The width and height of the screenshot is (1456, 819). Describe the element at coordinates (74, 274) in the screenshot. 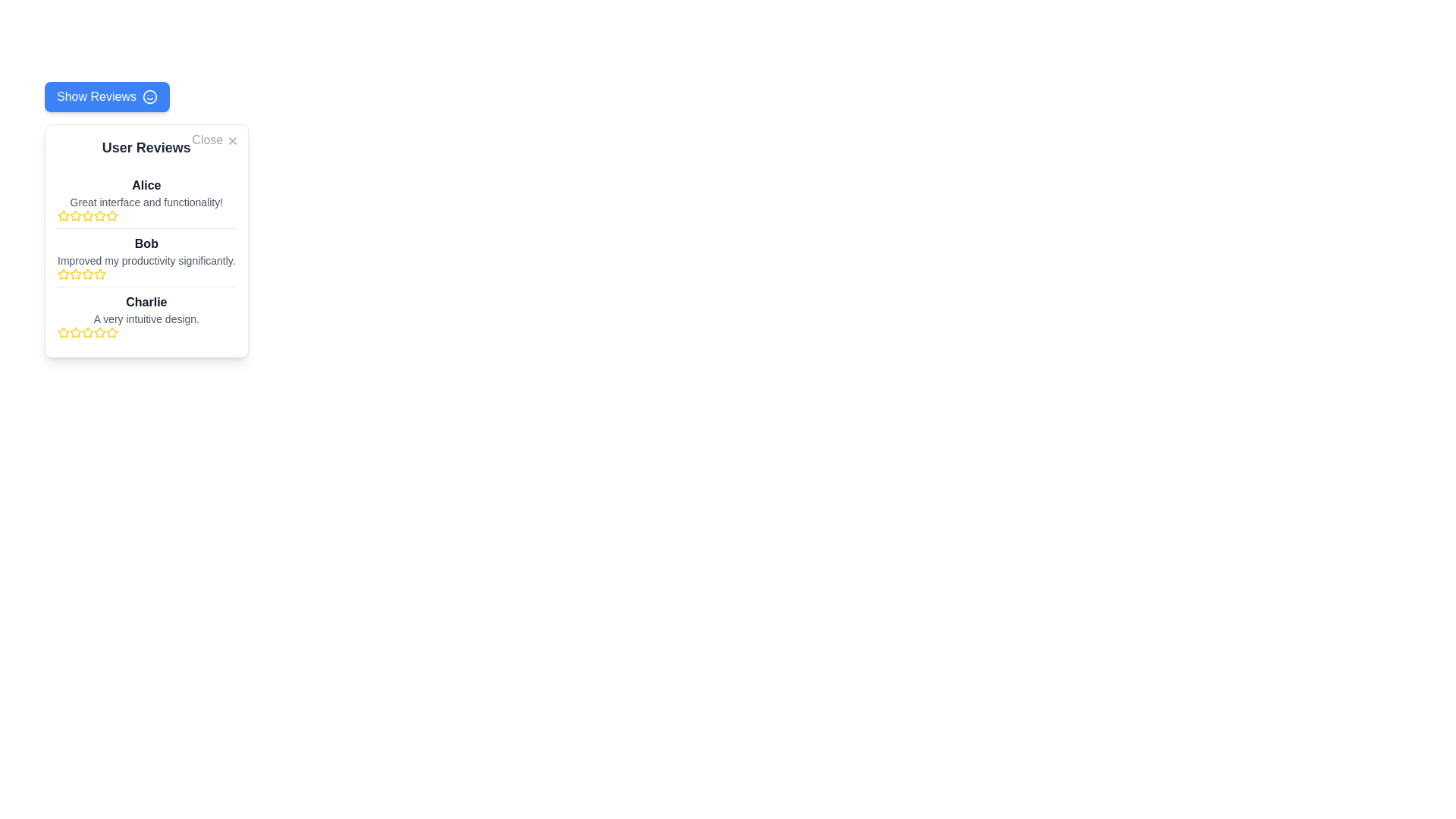

I see `the first star in the second row of the rating section under the review titled 'Bob'` at that location.